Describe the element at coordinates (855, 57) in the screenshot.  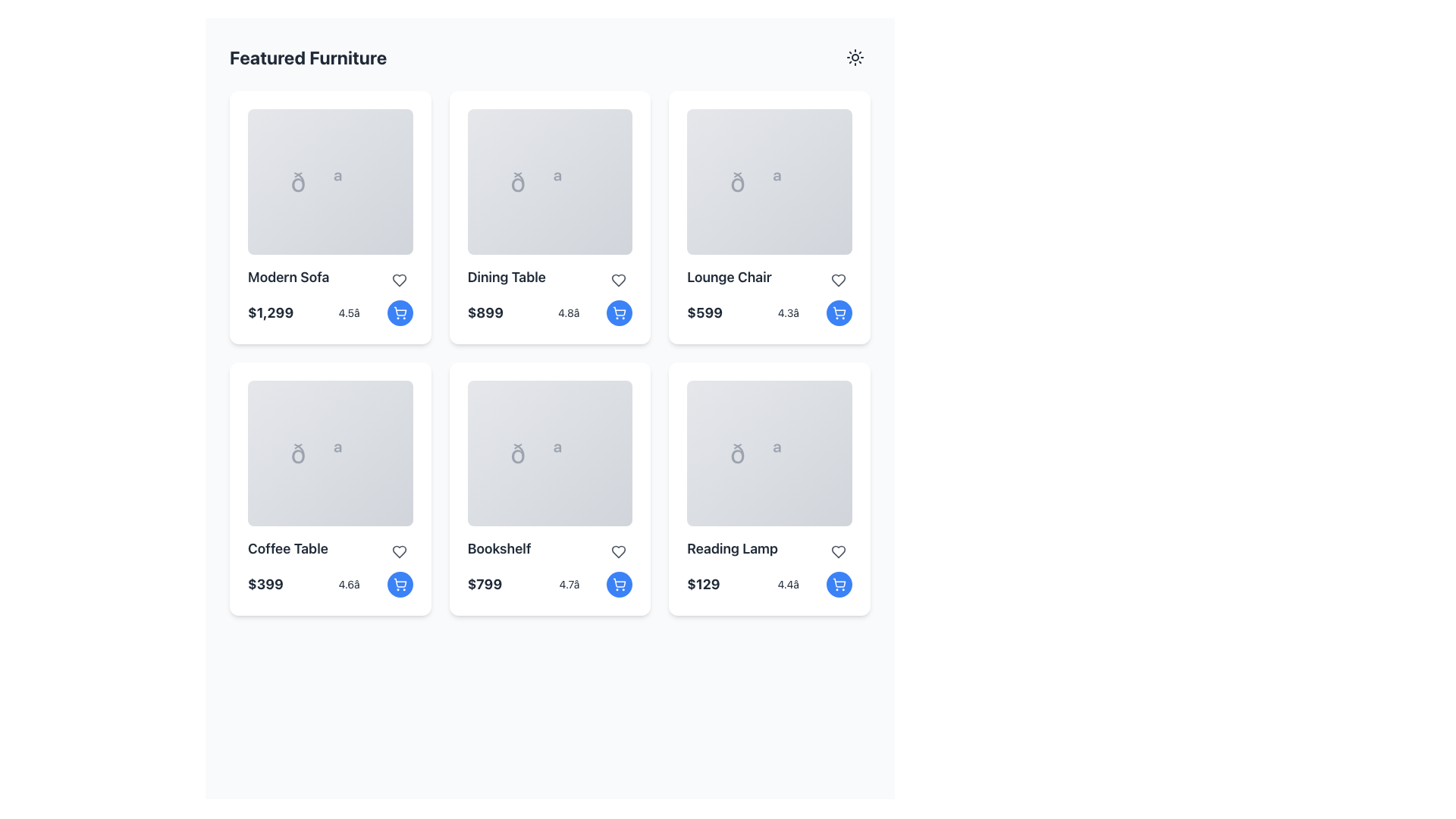
I see `the button that toggles between light and dark modes, located to the farthest right of the text 'Featured Furniture' in the header` at that location.